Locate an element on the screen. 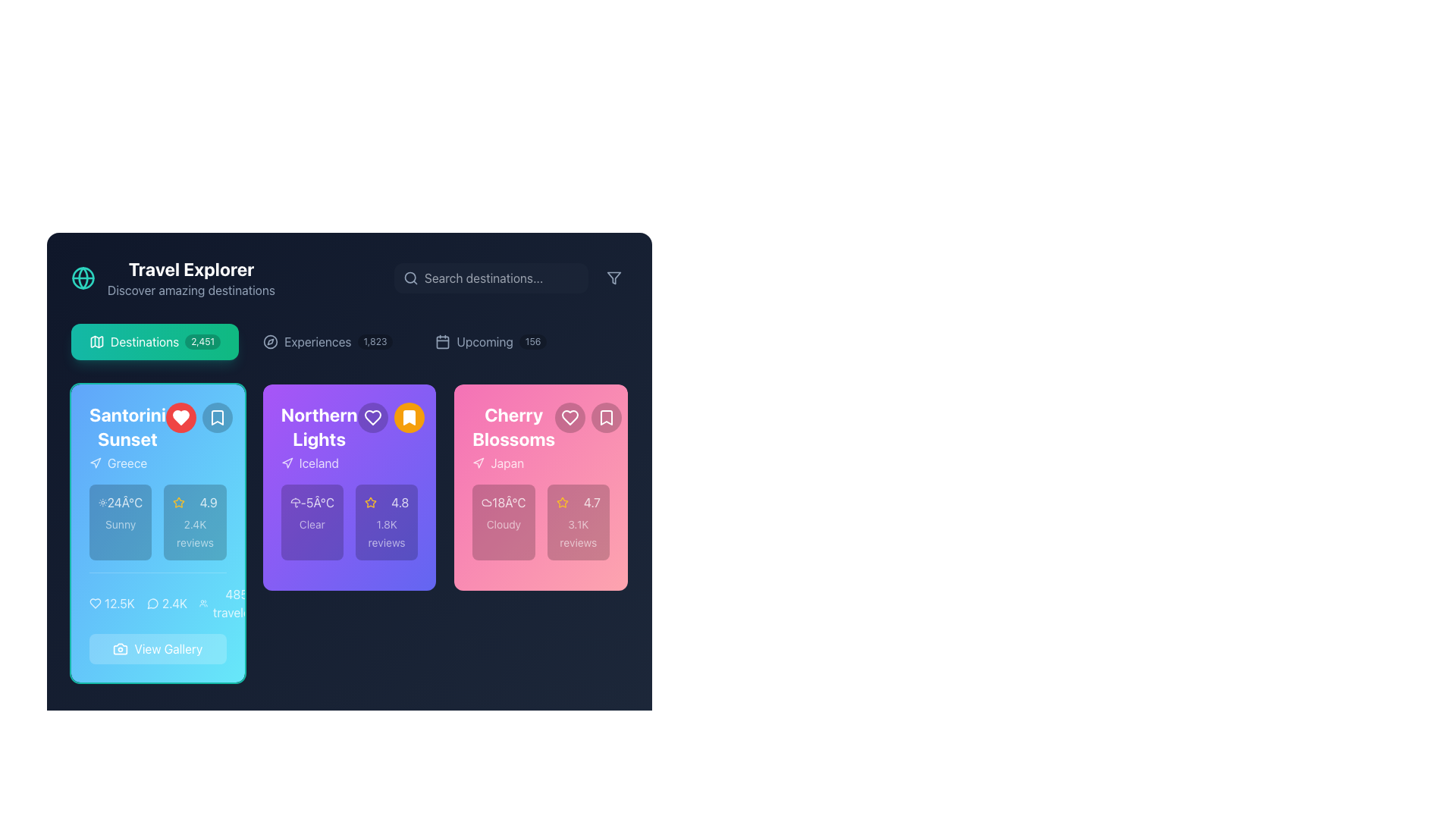 Image resolution: width=1456 pixels, height=819 pixels. the star icon indicating ratings or reviews in the 'Northern Lights' card, which is centrally positioned in the rating section is located at coordinates (371, 502).